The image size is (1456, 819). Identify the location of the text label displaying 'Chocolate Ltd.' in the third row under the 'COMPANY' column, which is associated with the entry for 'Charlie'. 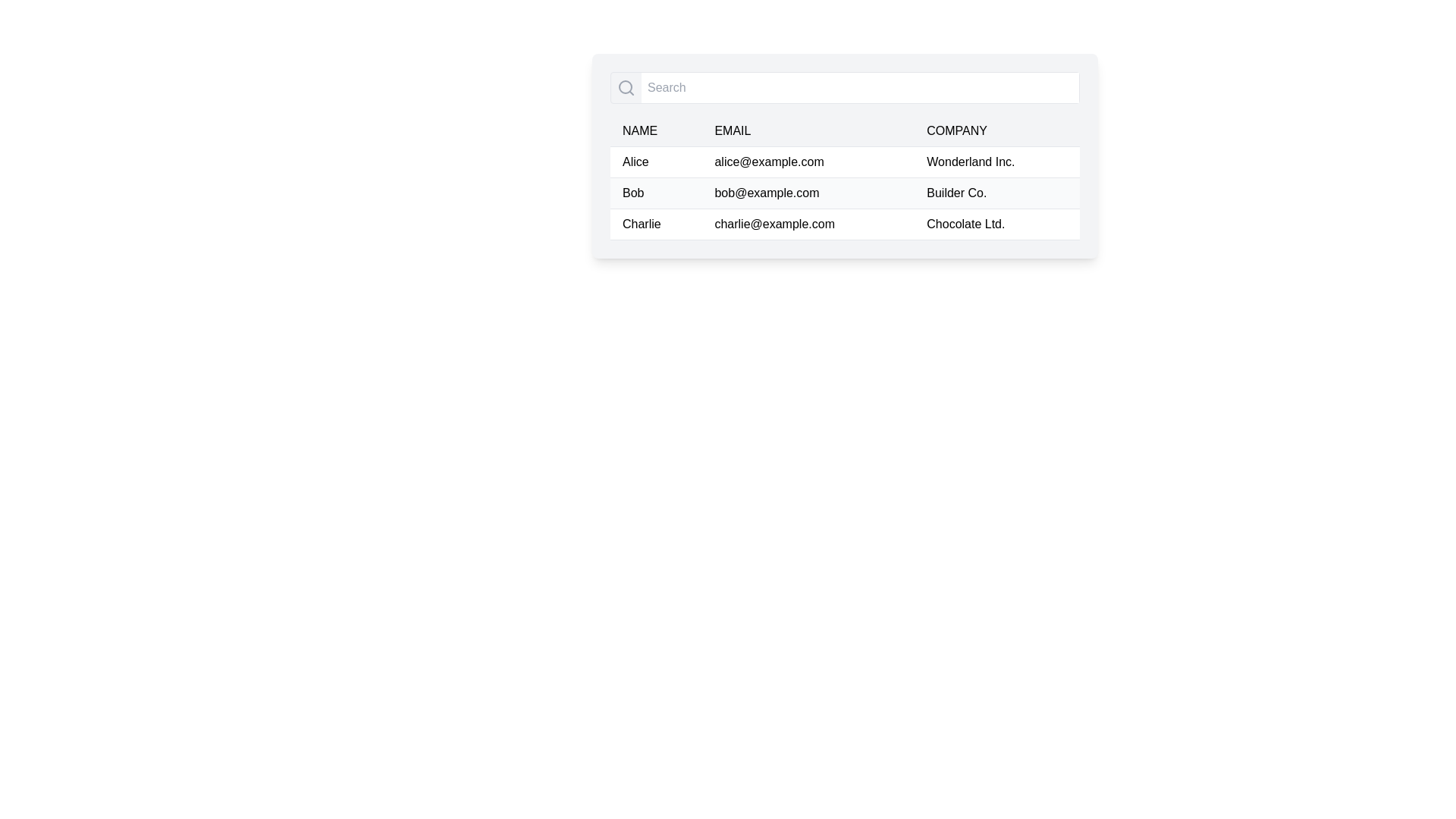
(997, 224).